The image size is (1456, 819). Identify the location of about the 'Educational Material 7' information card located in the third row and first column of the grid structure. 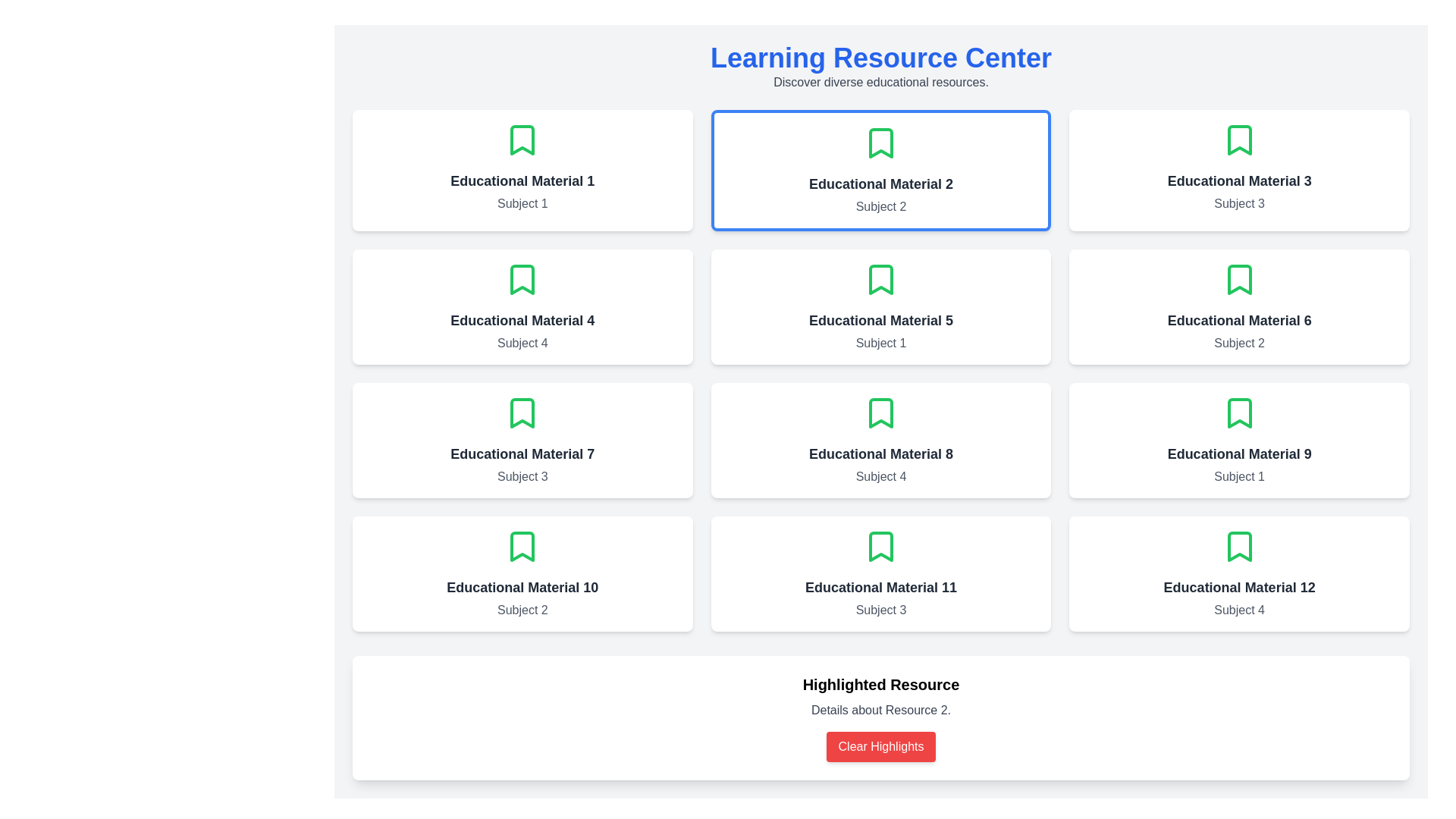
(522, 441).